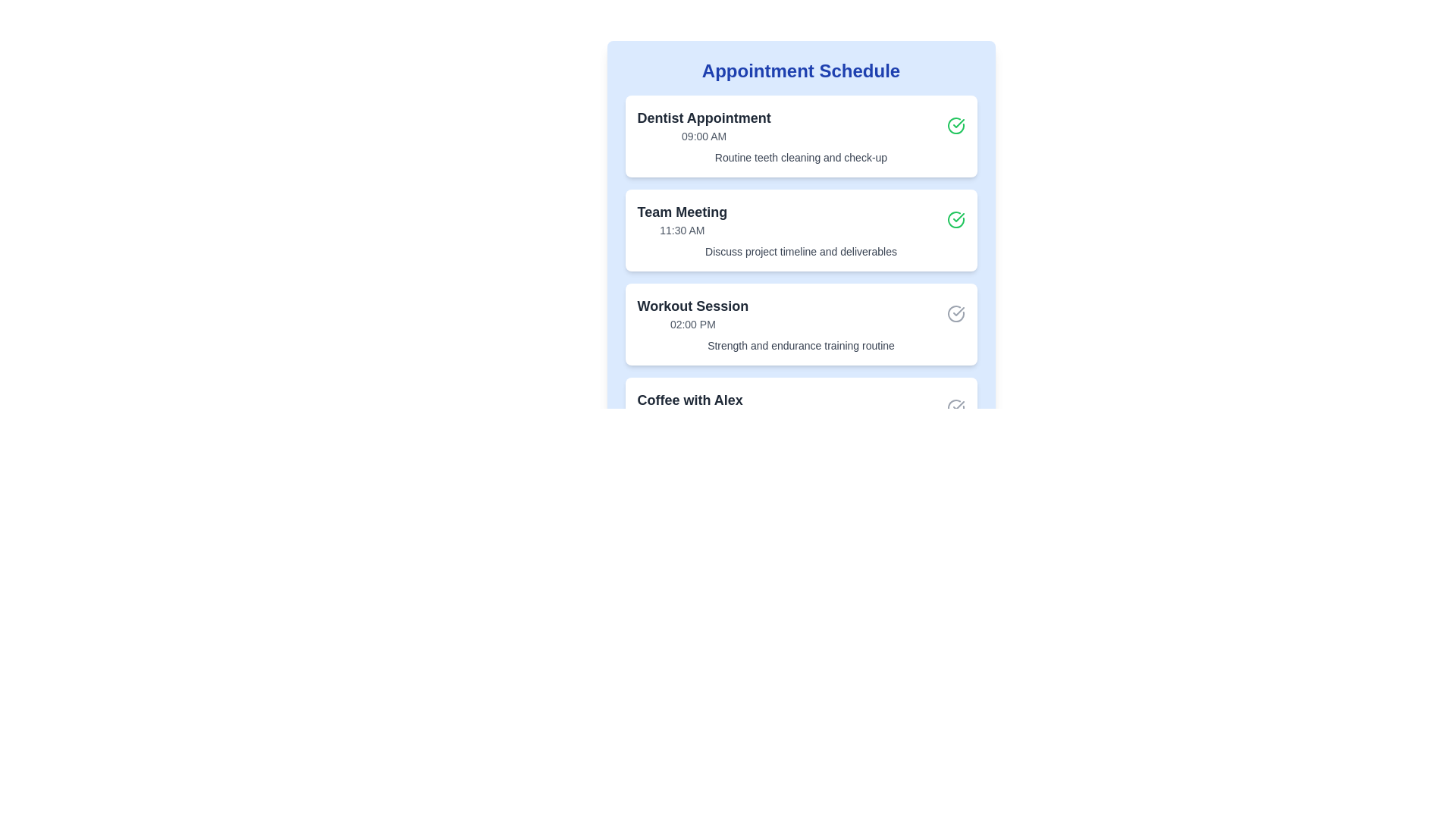  What do you see at coordinates (703, 136) in the screenshot?
I see `the static text label displaying the scheduled time for the Dentist Appointment, which is directly below the label 'Dentist Appointment' within the same card` at bounding box center [703, 136].